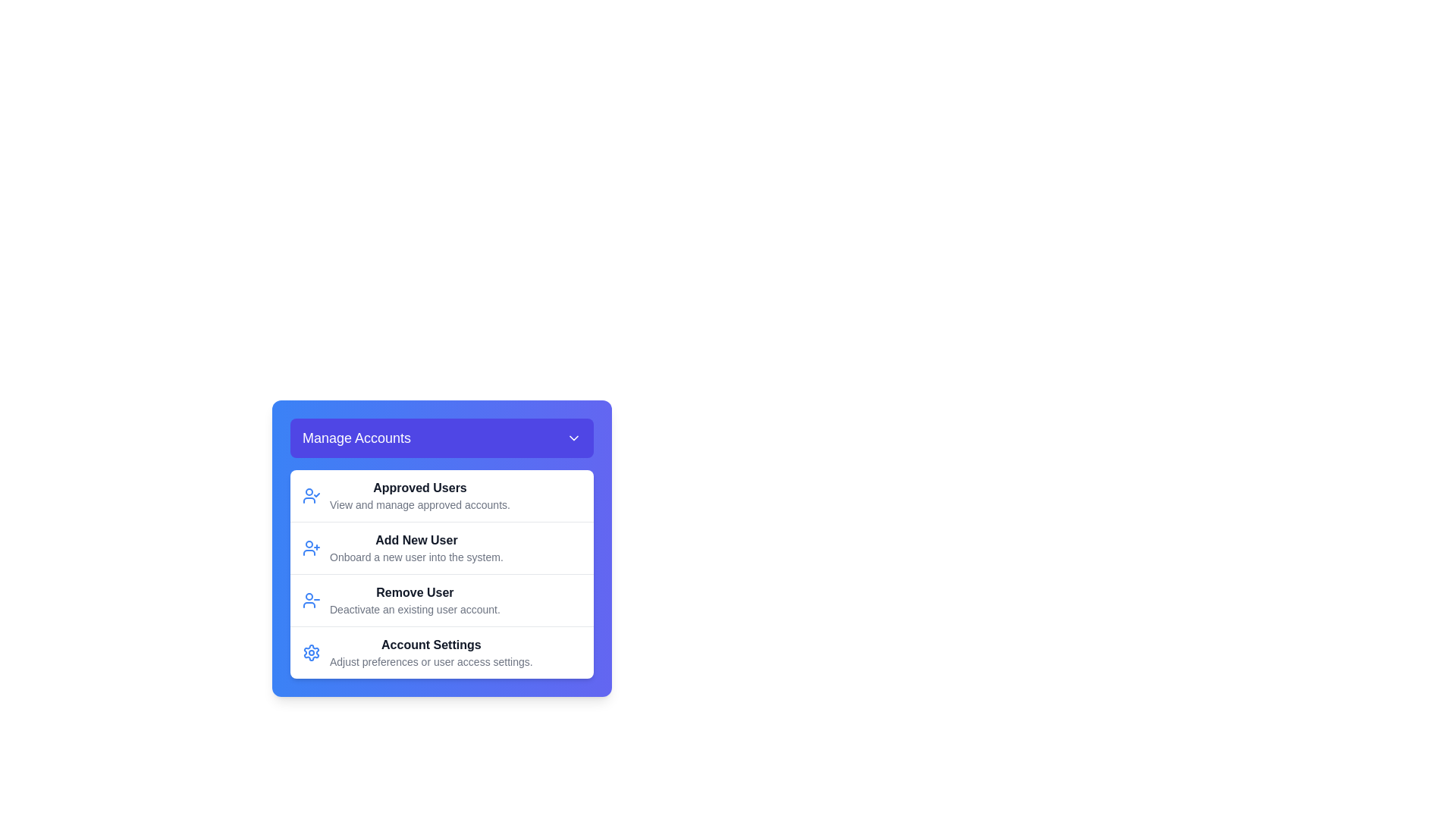 The height and width of the screenshot is (819, 1456). I want to click on static informational text located below the 'Account Settings' title in the options panel to understand its content, so click(430, 661).